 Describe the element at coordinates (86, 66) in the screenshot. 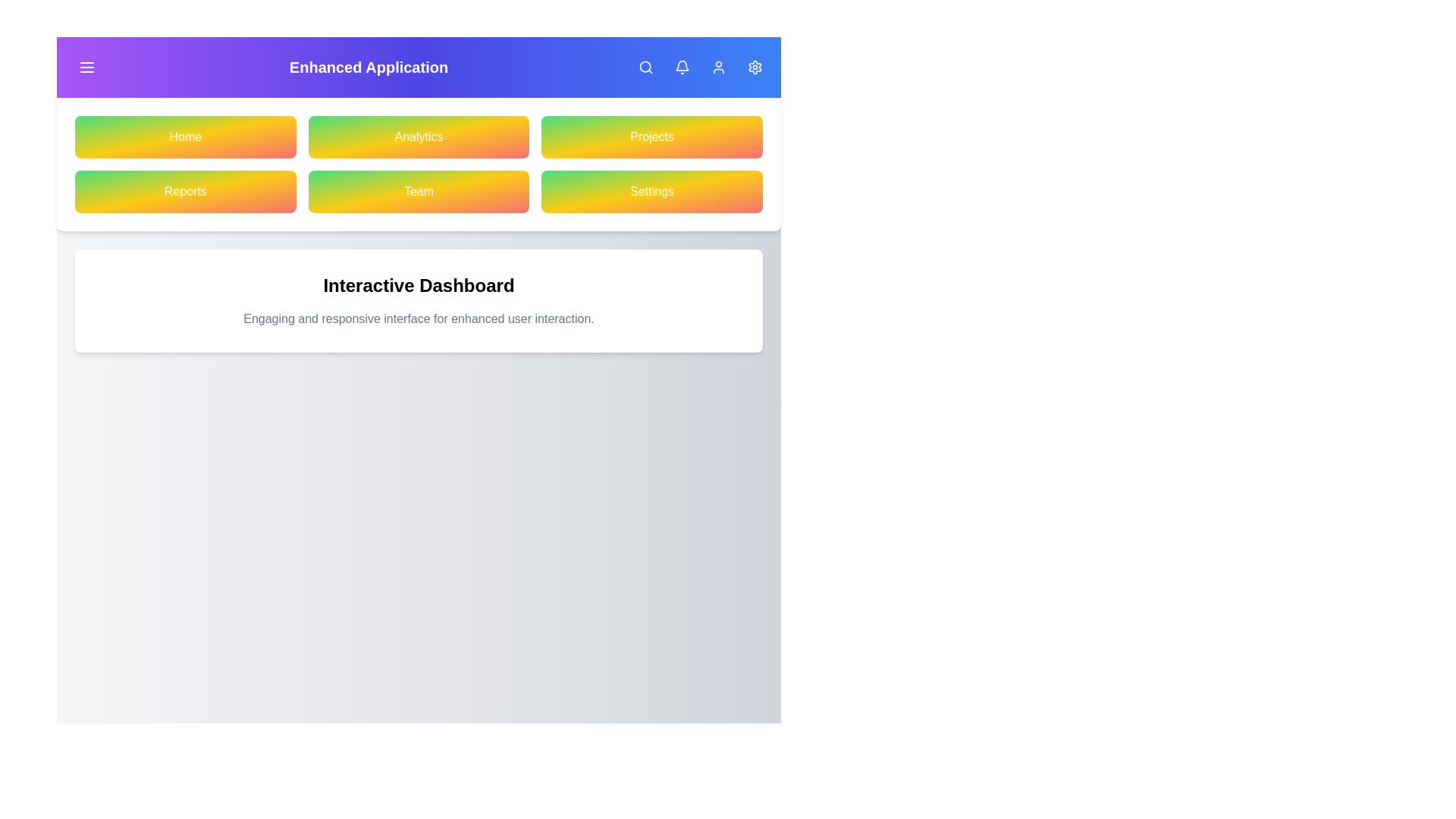

I see `menu button to toggle the visibility of the menu` at that location.